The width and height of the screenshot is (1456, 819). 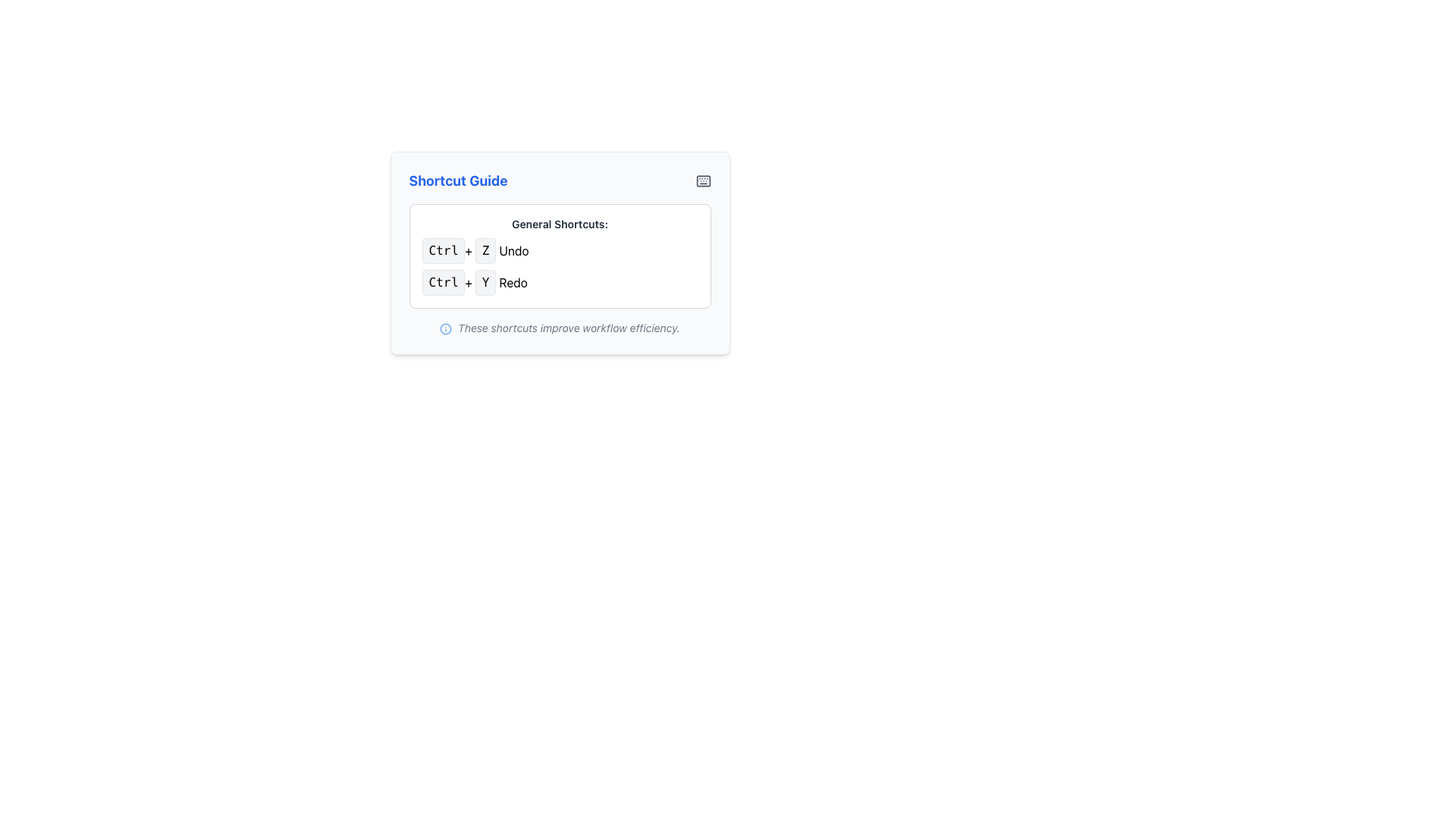 What do you see at coordinates (442, 283) in the screenshot?
I see `the 'Ctrl' button-like text label in the lower section of the 'Shortcut Guide' card, which is part of the 'Ctrl + Y Redo' shortcut description` at bounding box center [442, 283].